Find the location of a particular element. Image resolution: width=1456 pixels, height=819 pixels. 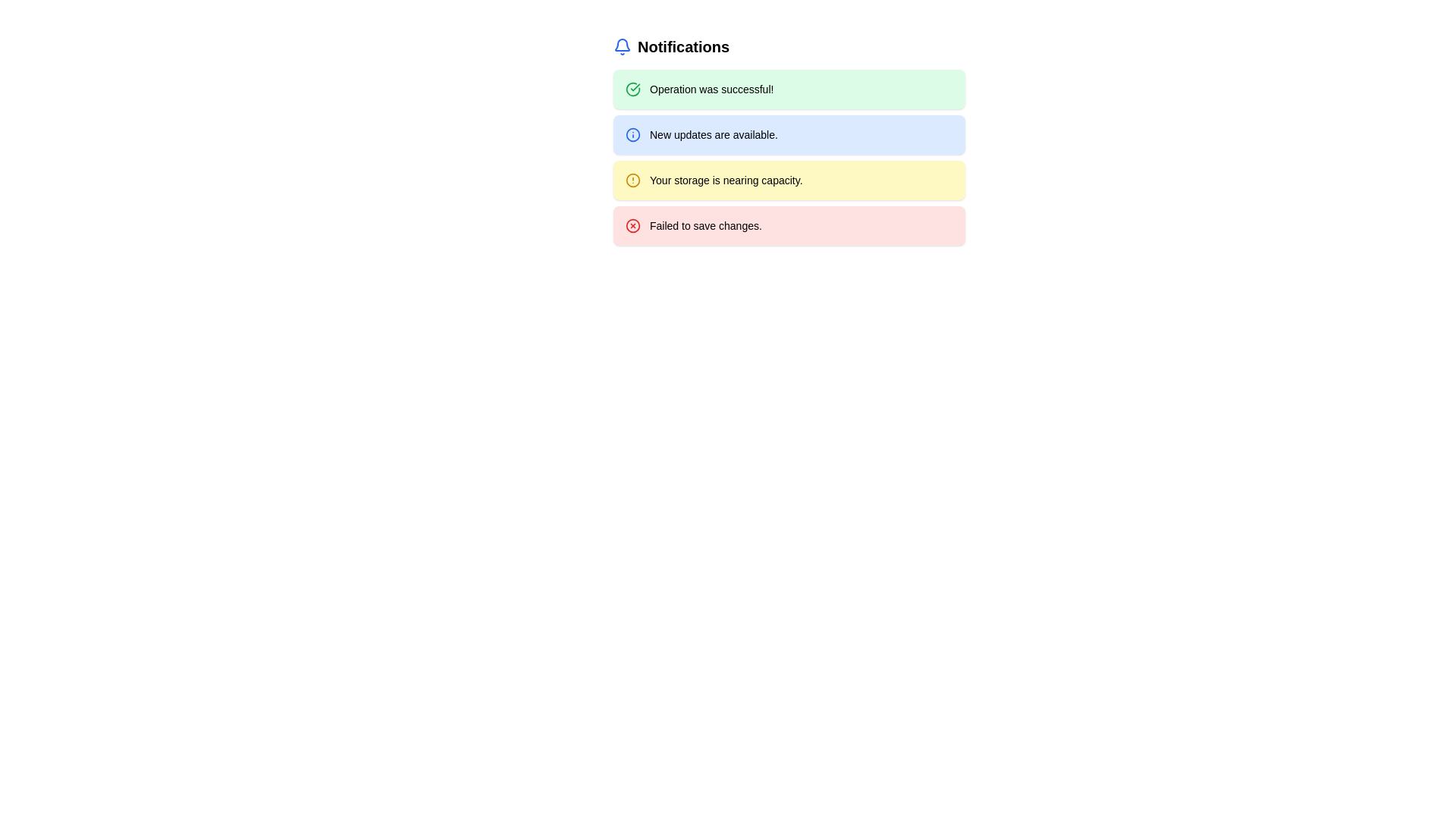

the text label that reads 'Operation was successful!' styled in black on a green background, located in the notification panel beside the green circular checkmark icon is located at coordinates (711, 89).